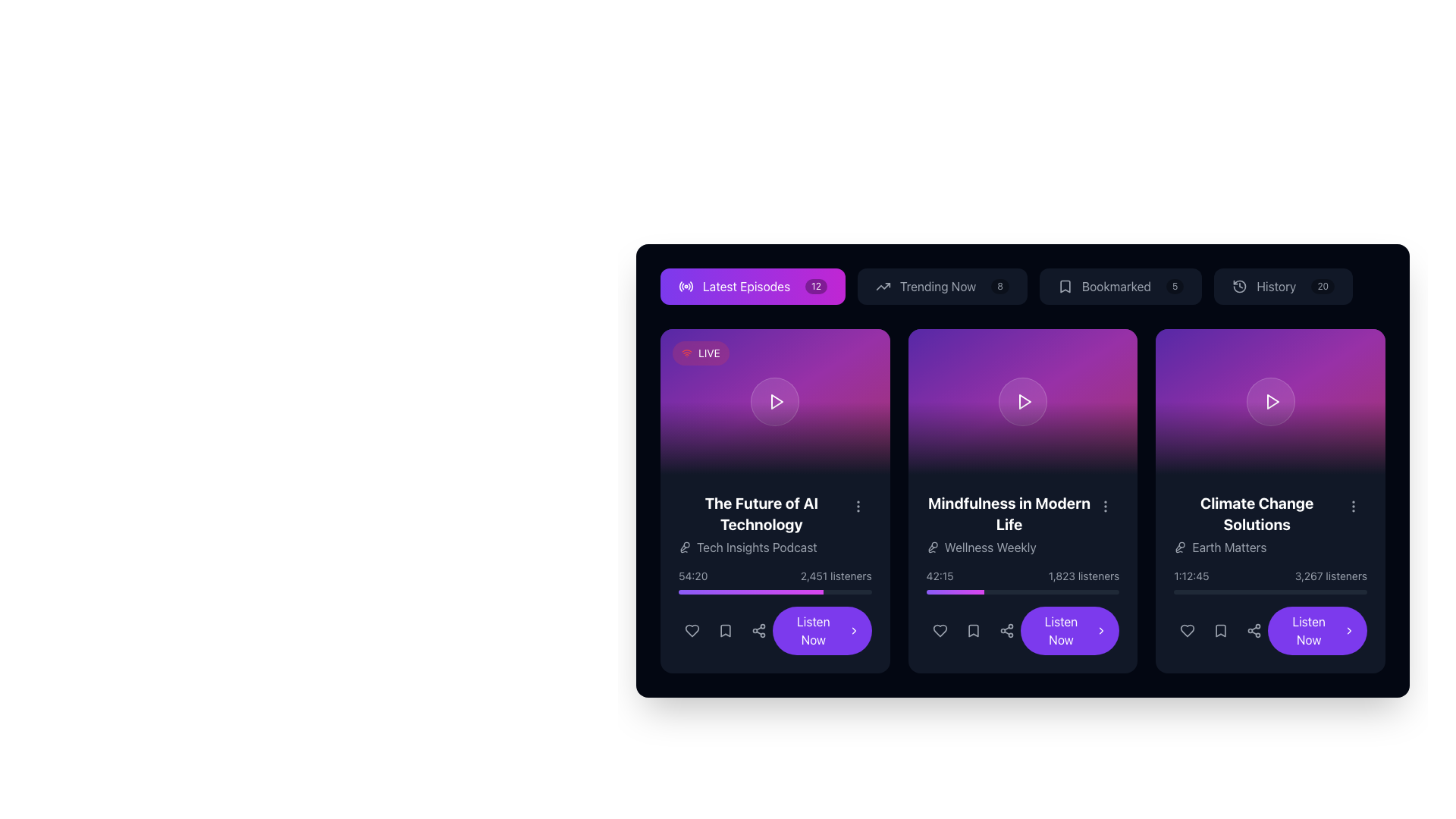  What do you see at coordinates (939, 631) in the screenshot?
I see `the heart-shaped button within the dark card interface to mark the 'Mindfulness in Modern Life' podcast as a favorite` at bounding box center [939, 631].